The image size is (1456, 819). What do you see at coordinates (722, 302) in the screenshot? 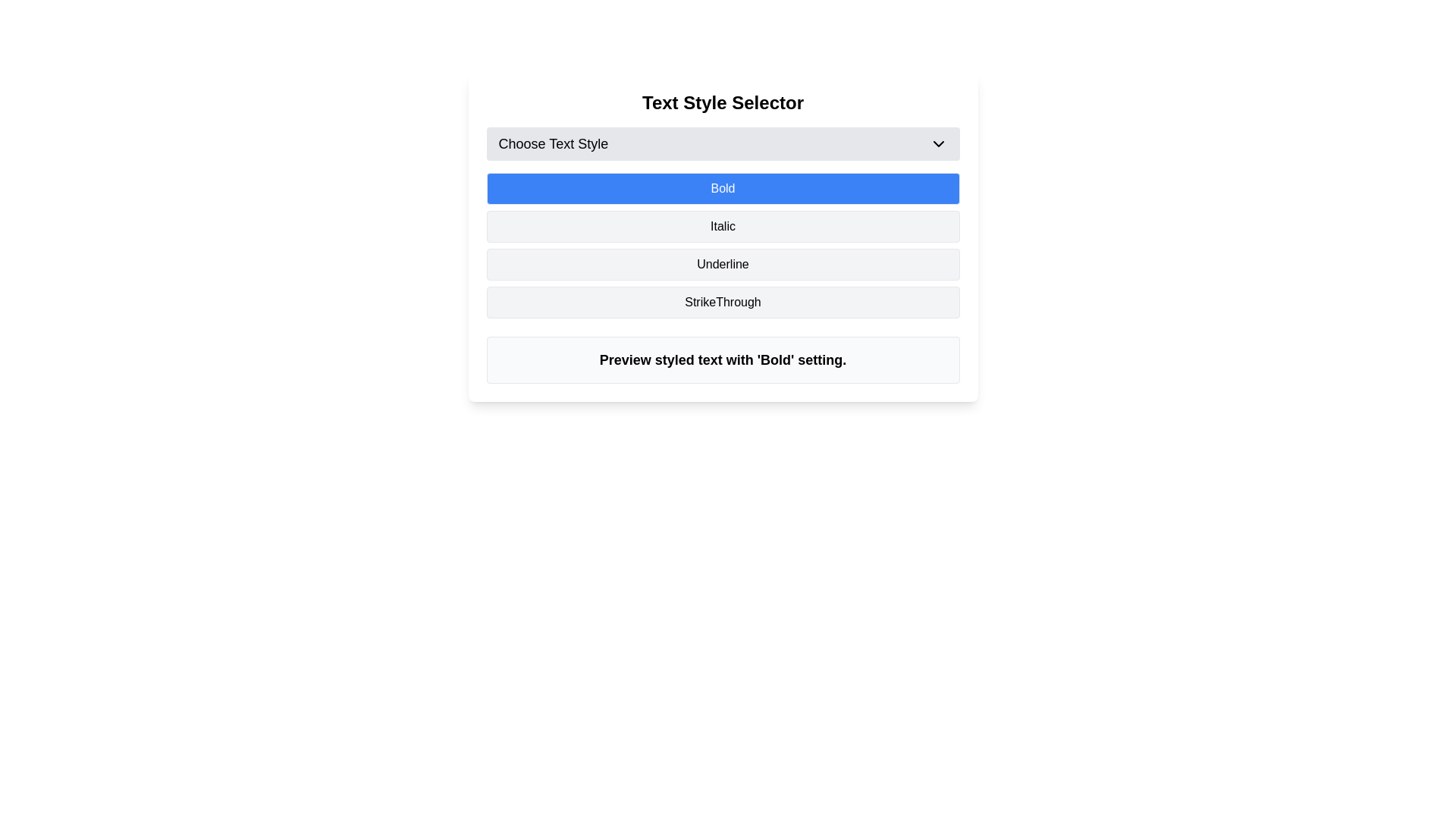
I see `the strikethrough button located below the 'Underline' option in the text style editor` at bounding box center [722, 302].